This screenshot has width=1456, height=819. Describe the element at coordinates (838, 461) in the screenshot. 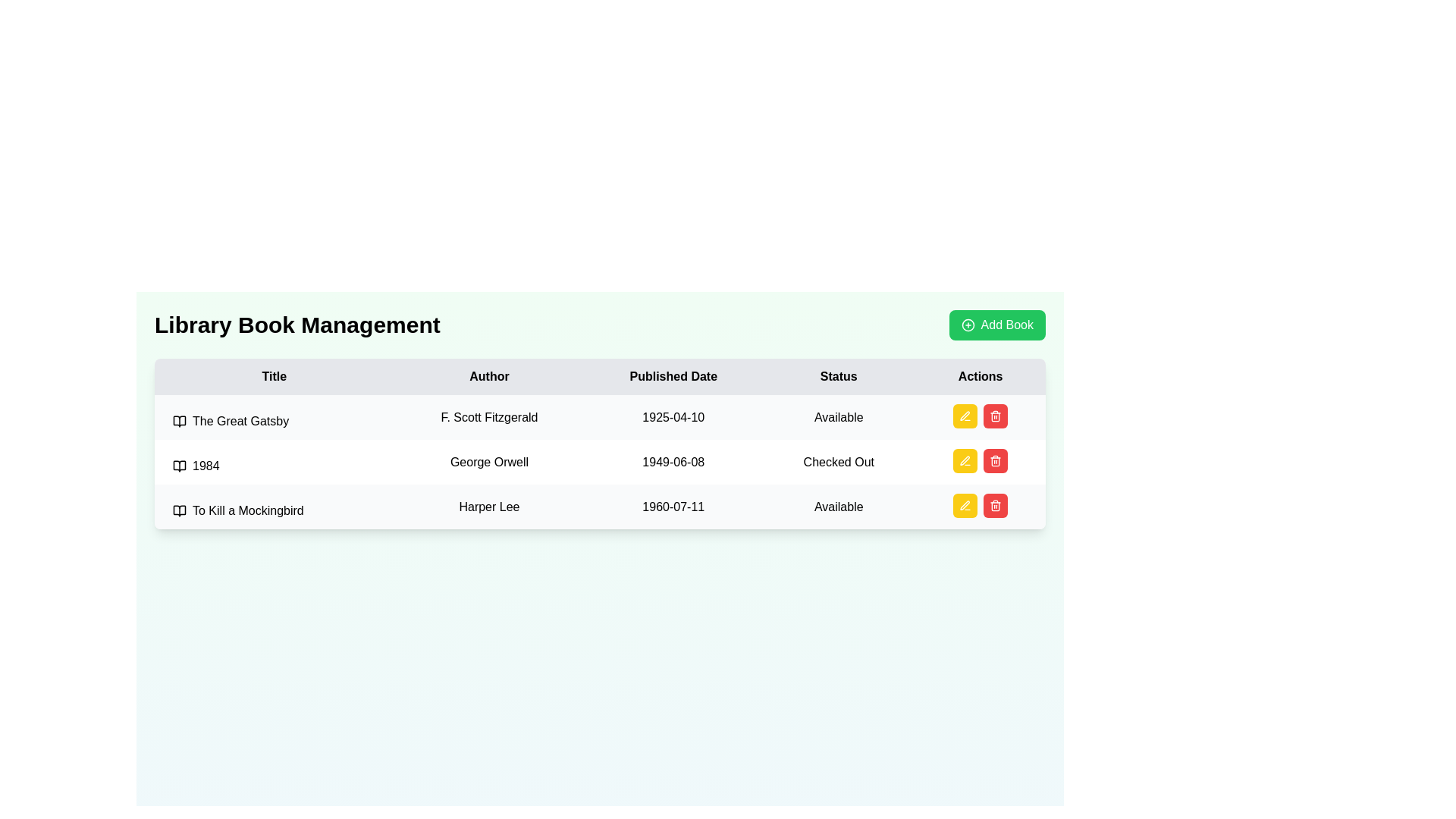

I see `the 'Checked Out' text label in the fourth column under the 'Status' header for the book '1984' by 'George Orwell'` at that location.